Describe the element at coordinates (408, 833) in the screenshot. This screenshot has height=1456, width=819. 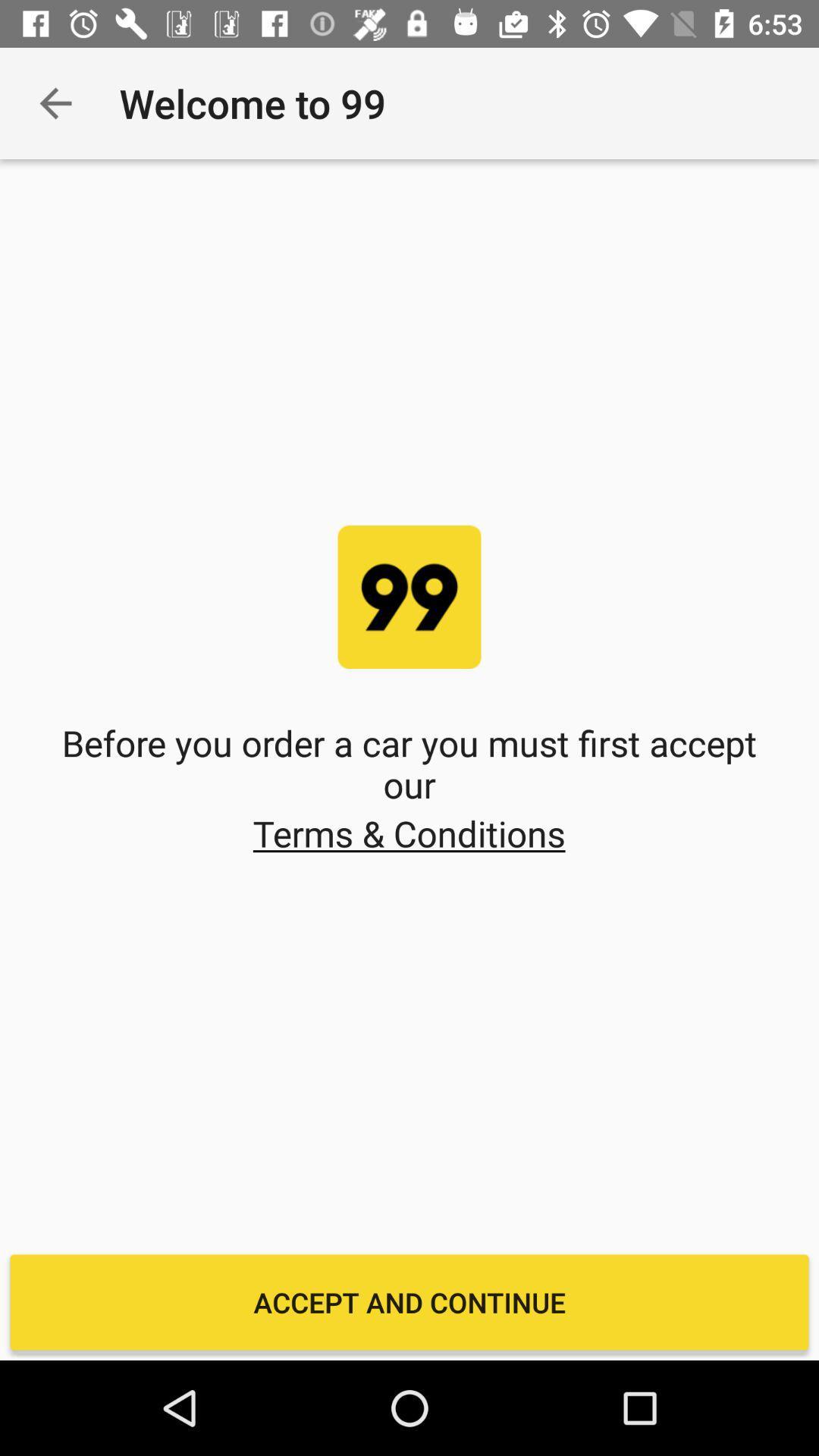
I see `terms & conditions item` at that location.